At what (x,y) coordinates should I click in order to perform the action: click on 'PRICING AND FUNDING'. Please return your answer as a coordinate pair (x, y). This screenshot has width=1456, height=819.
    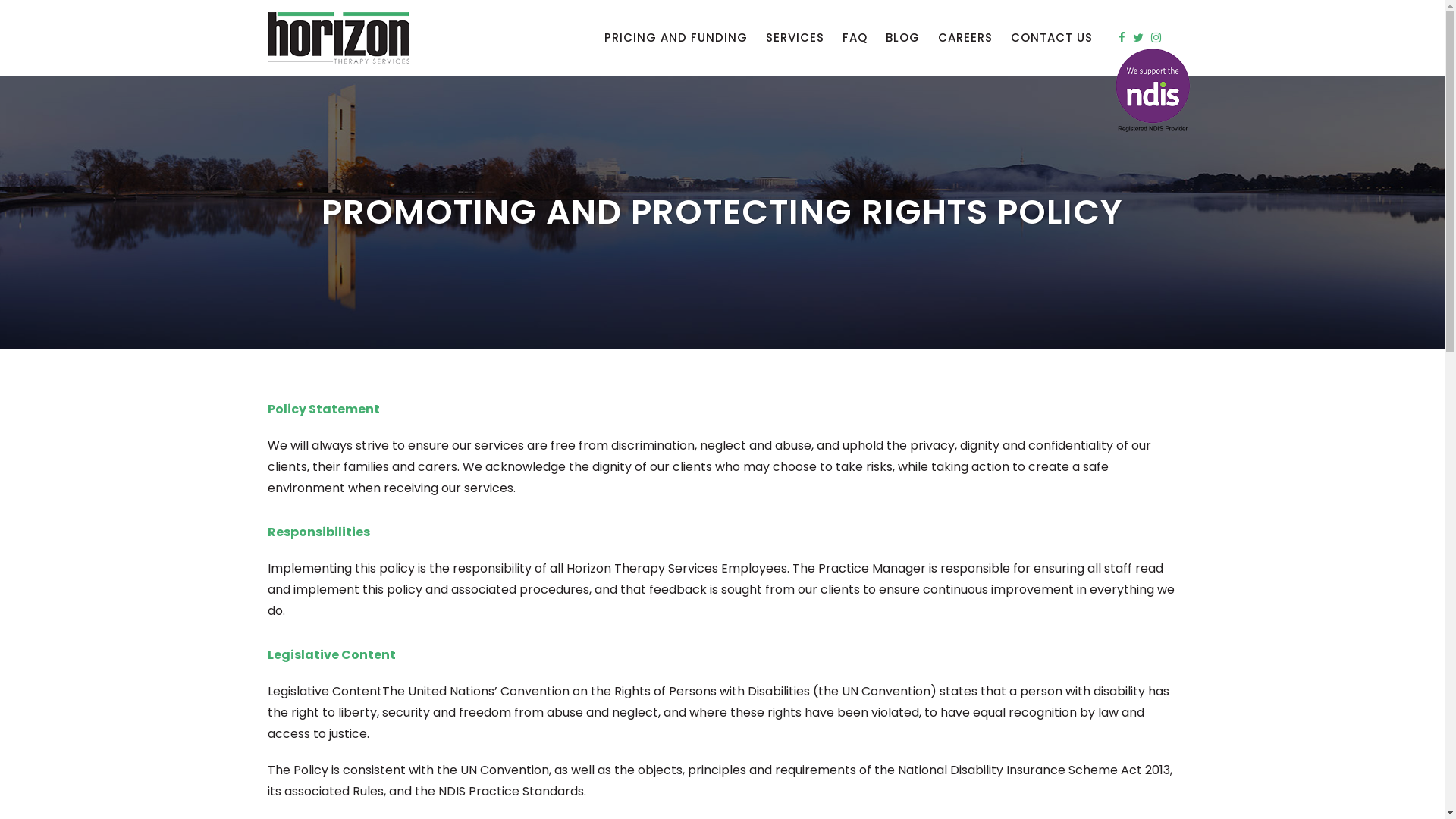
    Looking at the image, I should click on (674, 37).